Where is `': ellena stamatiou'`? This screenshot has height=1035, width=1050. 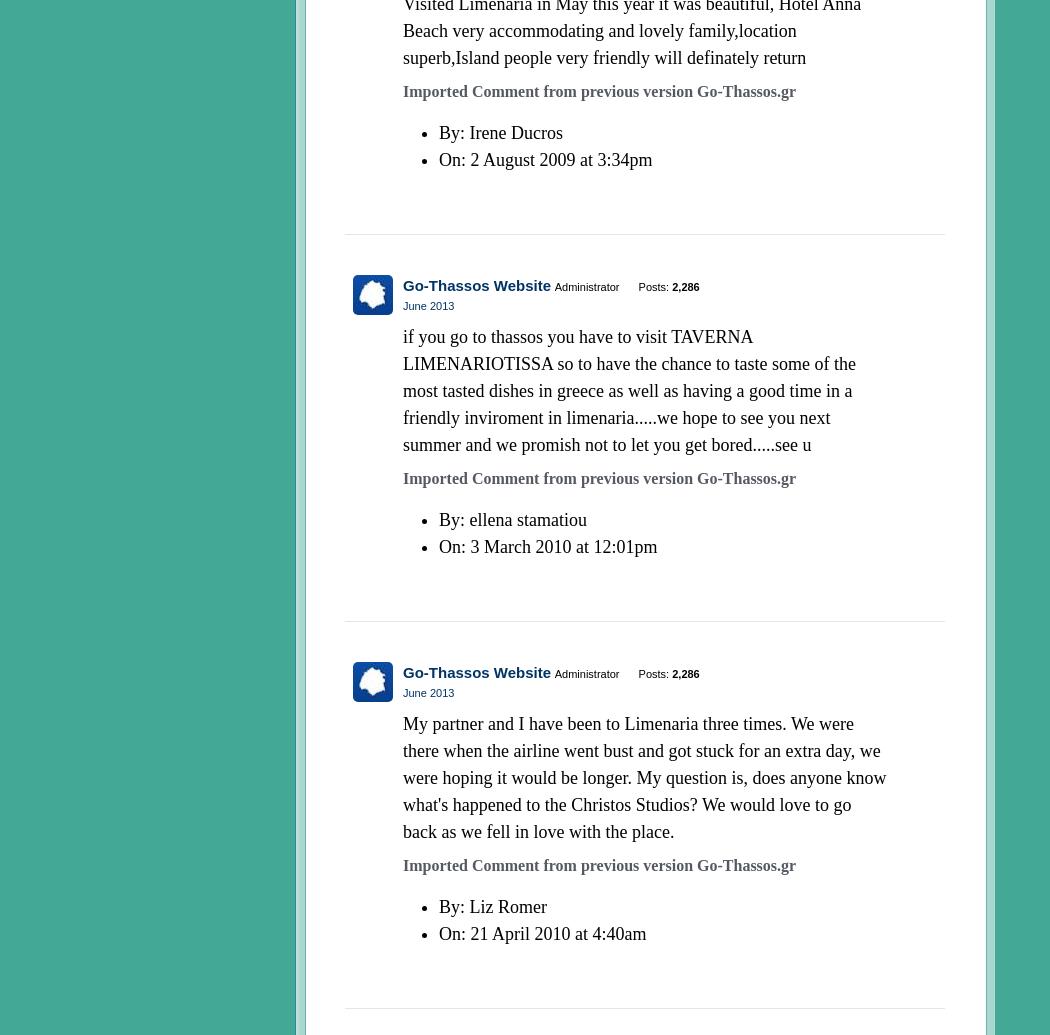
': ellena stamatiou' is located at coordinates (522, 518).